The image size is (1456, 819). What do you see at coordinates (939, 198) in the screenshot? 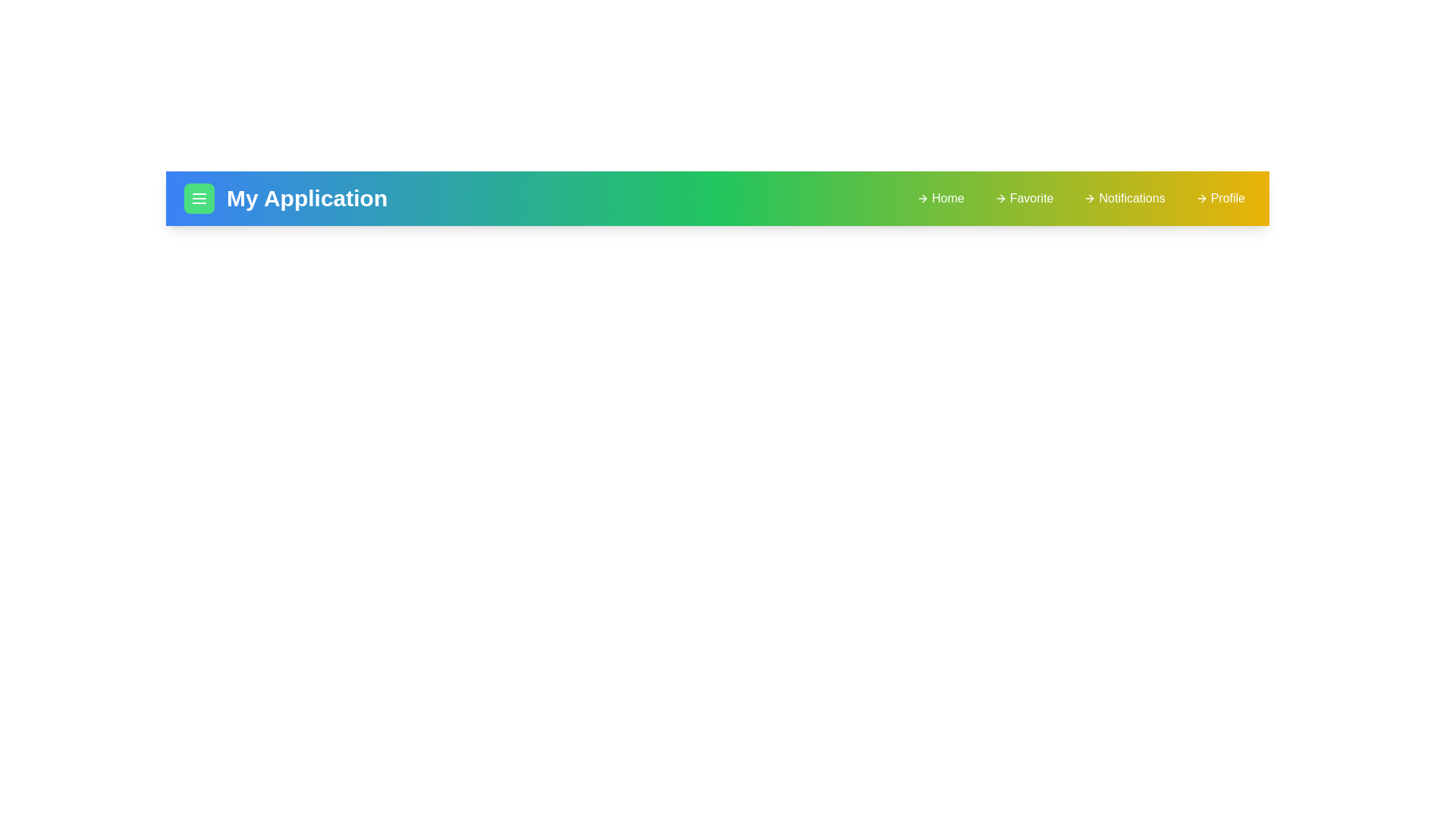
I see `the 'Home' label in the navigation bar to navigate to the 'Home' section` at bounding box center [939, 198].